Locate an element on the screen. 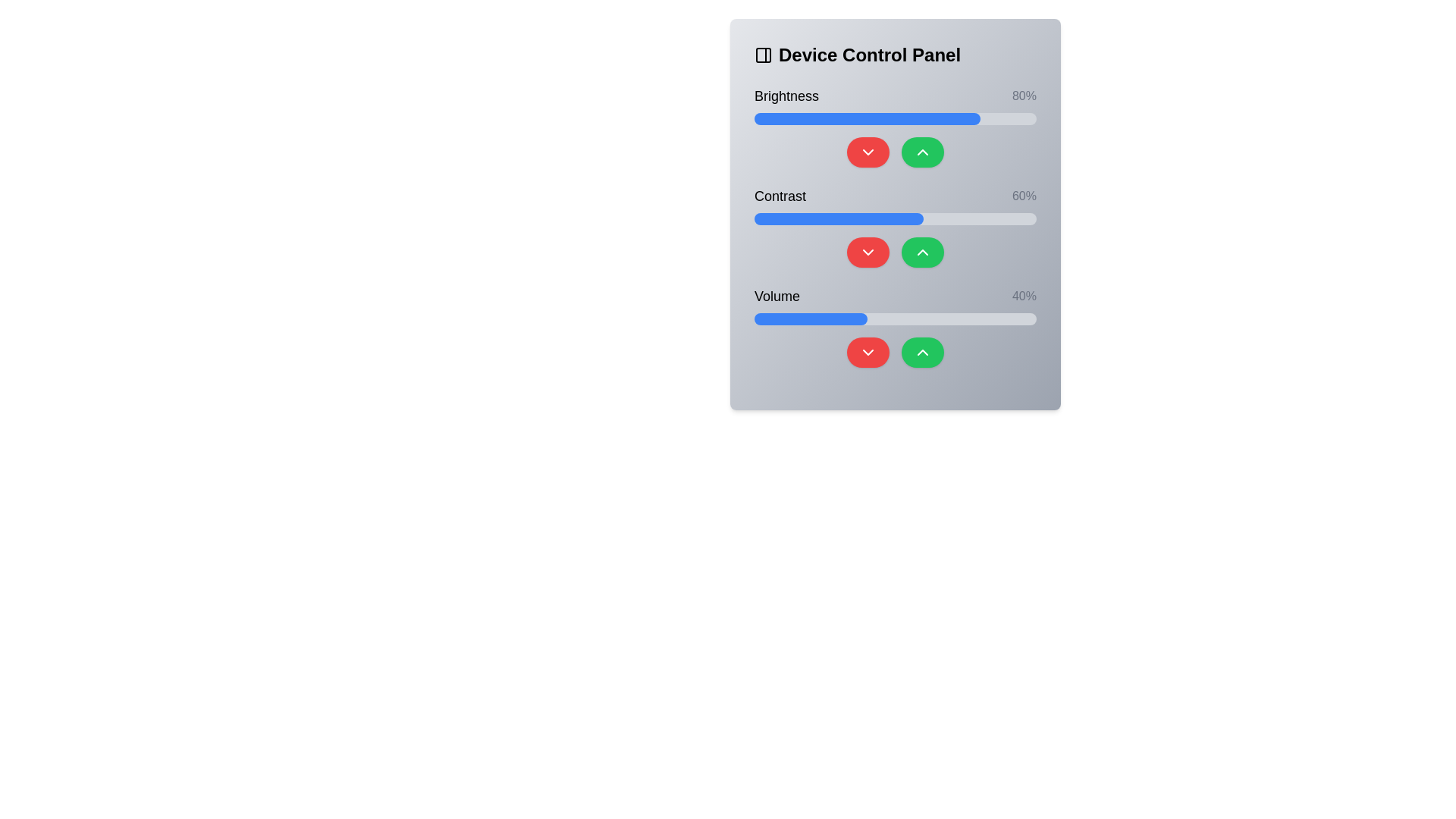 Image resolution: width=1456 pixels, height=819 pixels. the Progress bar labeled 'Contrast 60%' which is a horizontal bar with a blue portion indicating 60% progress is located at coordinates (895, 219).